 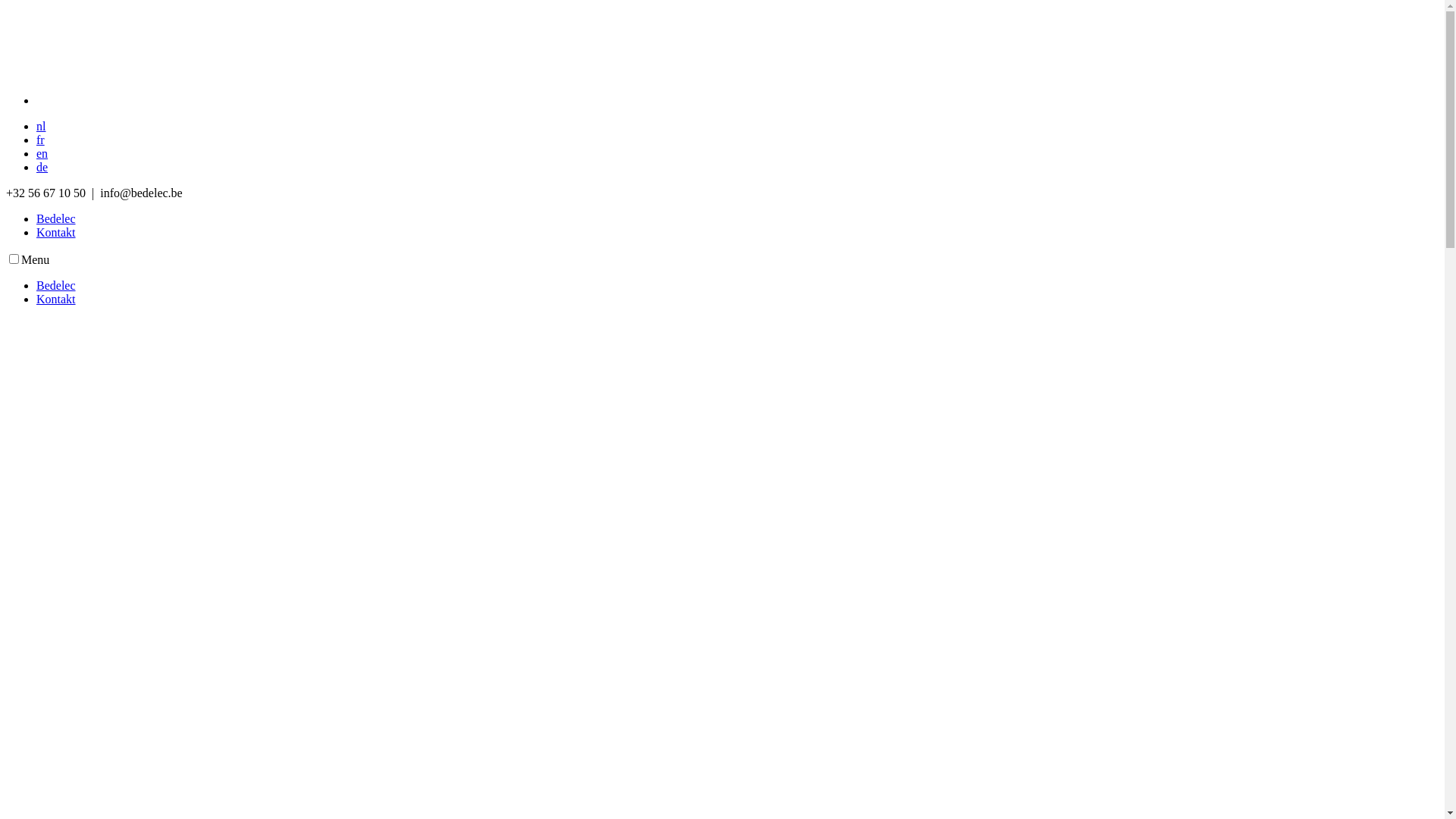 What do you see at coordinates (40, 125) in the screenshot?
I see `'nl'` at bounding box center [40, 125].